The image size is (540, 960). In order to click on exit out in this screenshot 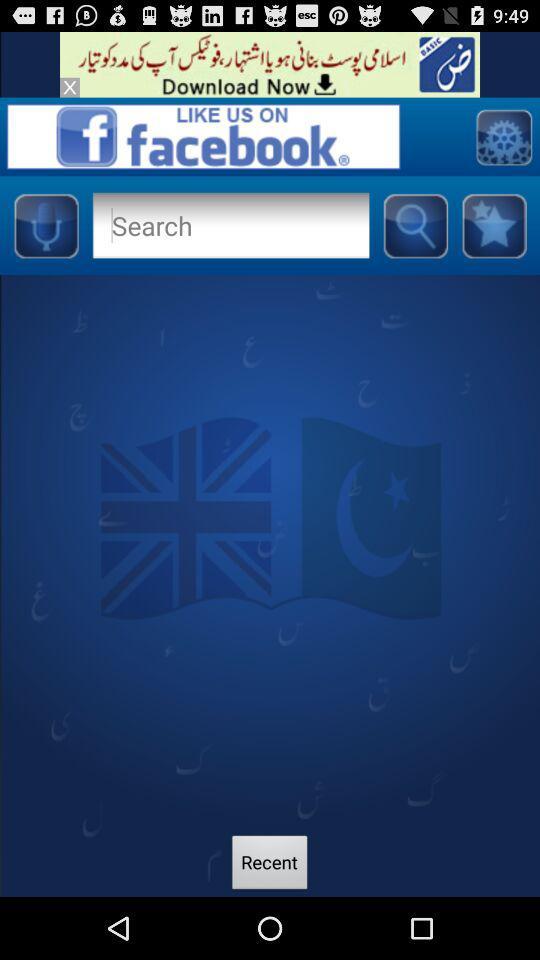, I will do `click(68, 87)`.